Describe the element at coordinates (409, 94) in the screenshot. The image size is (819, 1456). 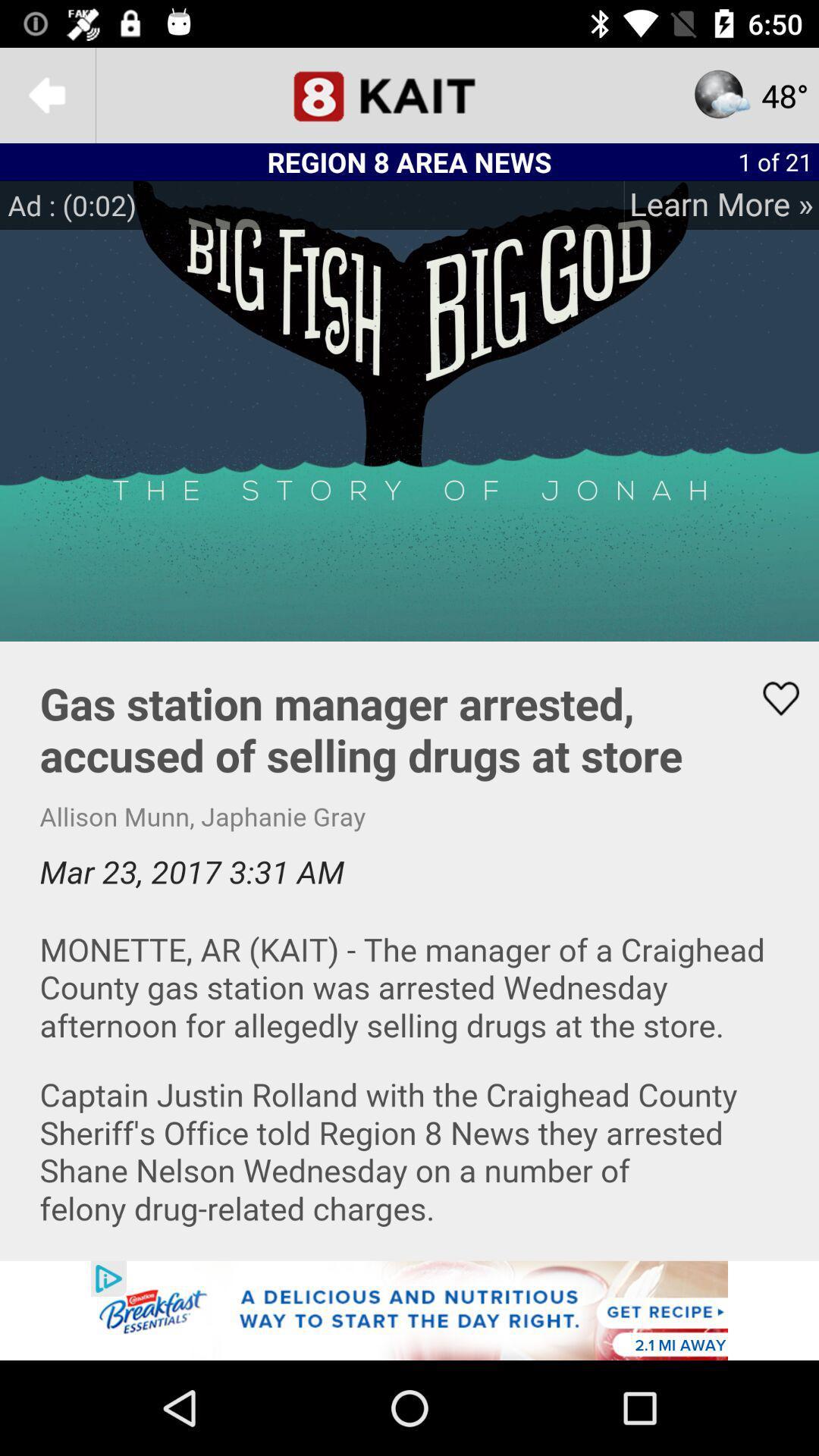
I see `home page` at that location.